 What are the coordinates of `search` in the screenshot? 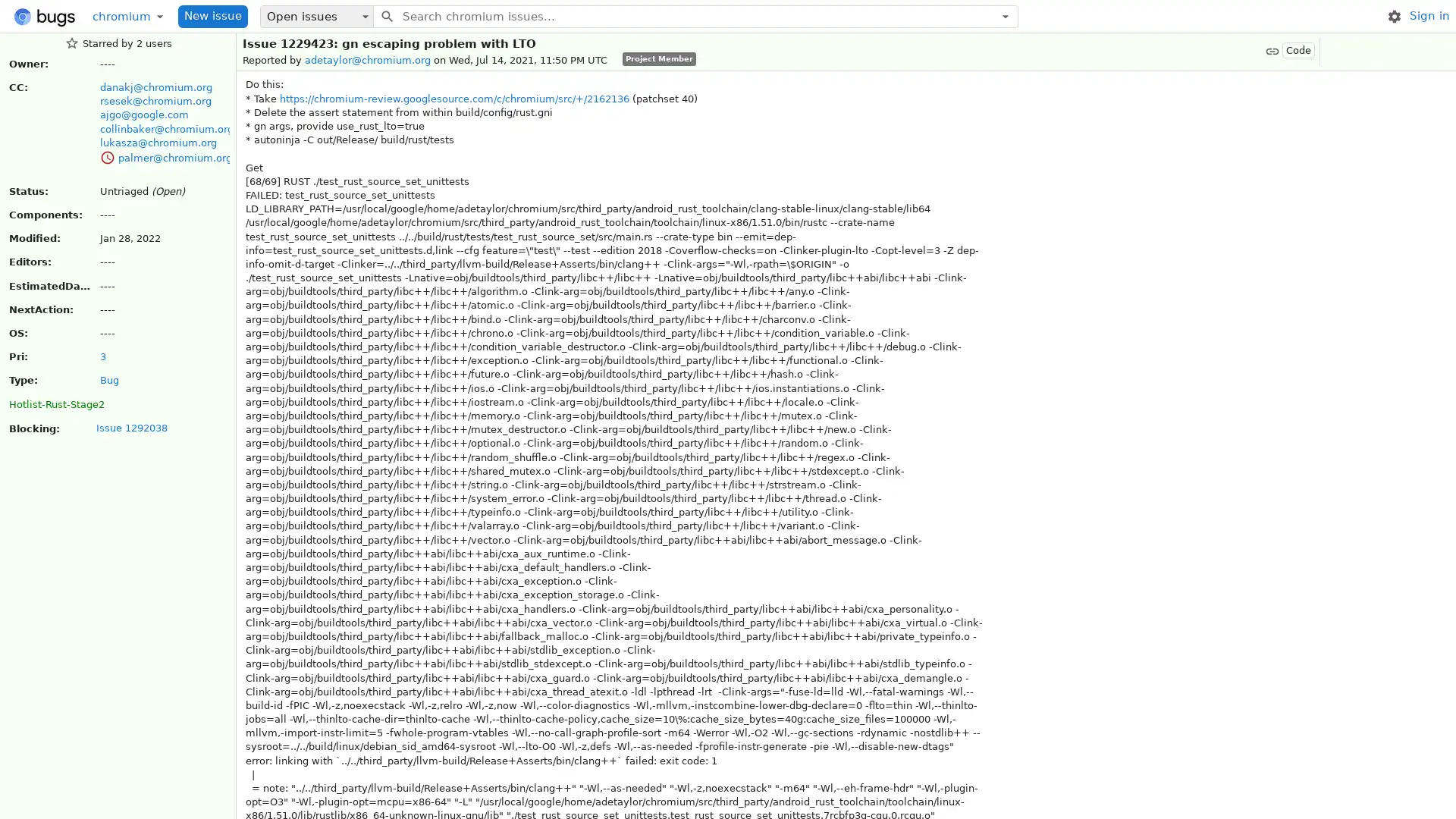 It's located at (386, 15).